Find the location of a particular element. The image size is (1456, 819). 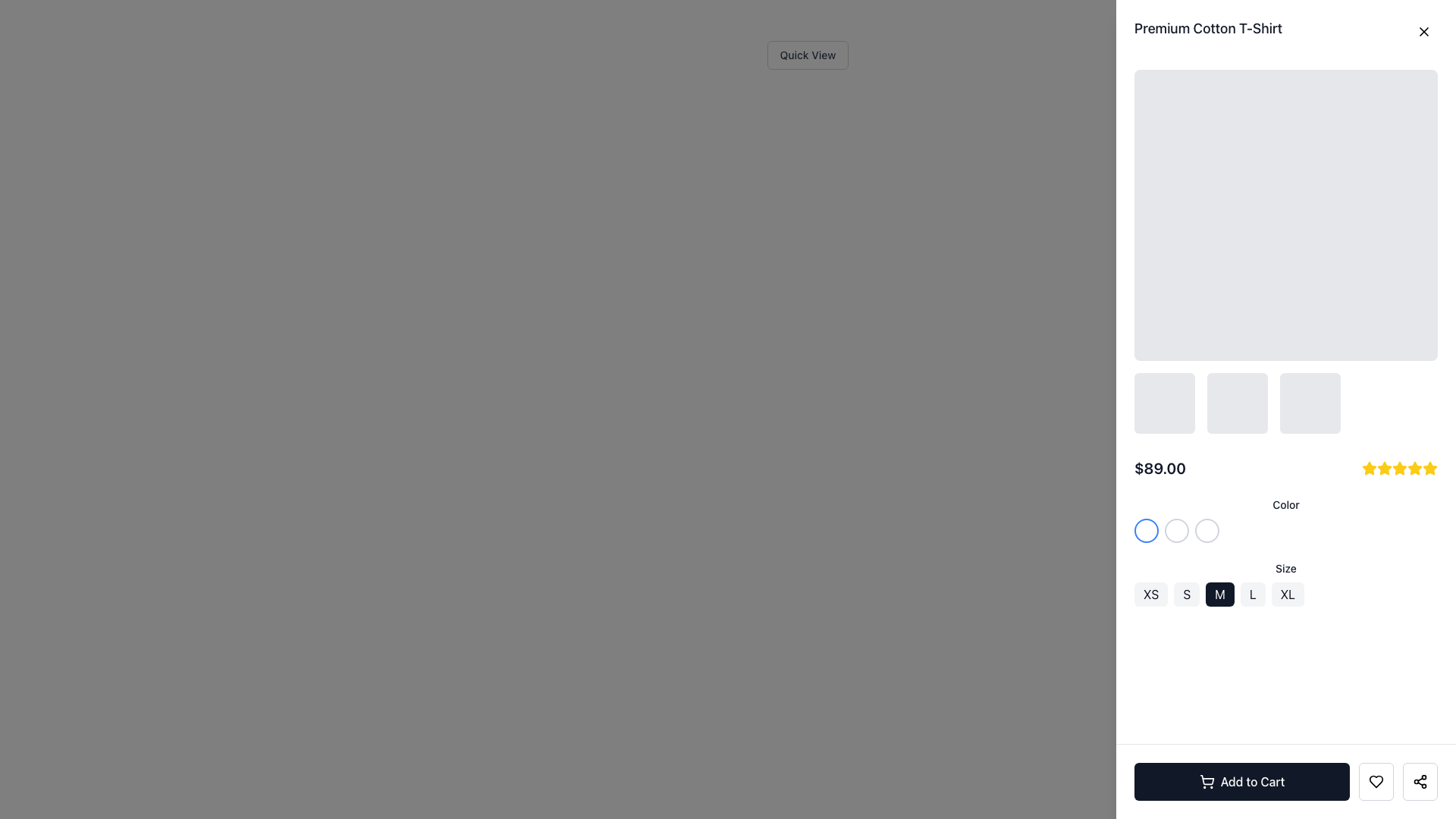

the animation of the first placeholder or loading indicator, which serves as a visual indication of loading or empty state in the product details section is located at coordinates (1164, 403).